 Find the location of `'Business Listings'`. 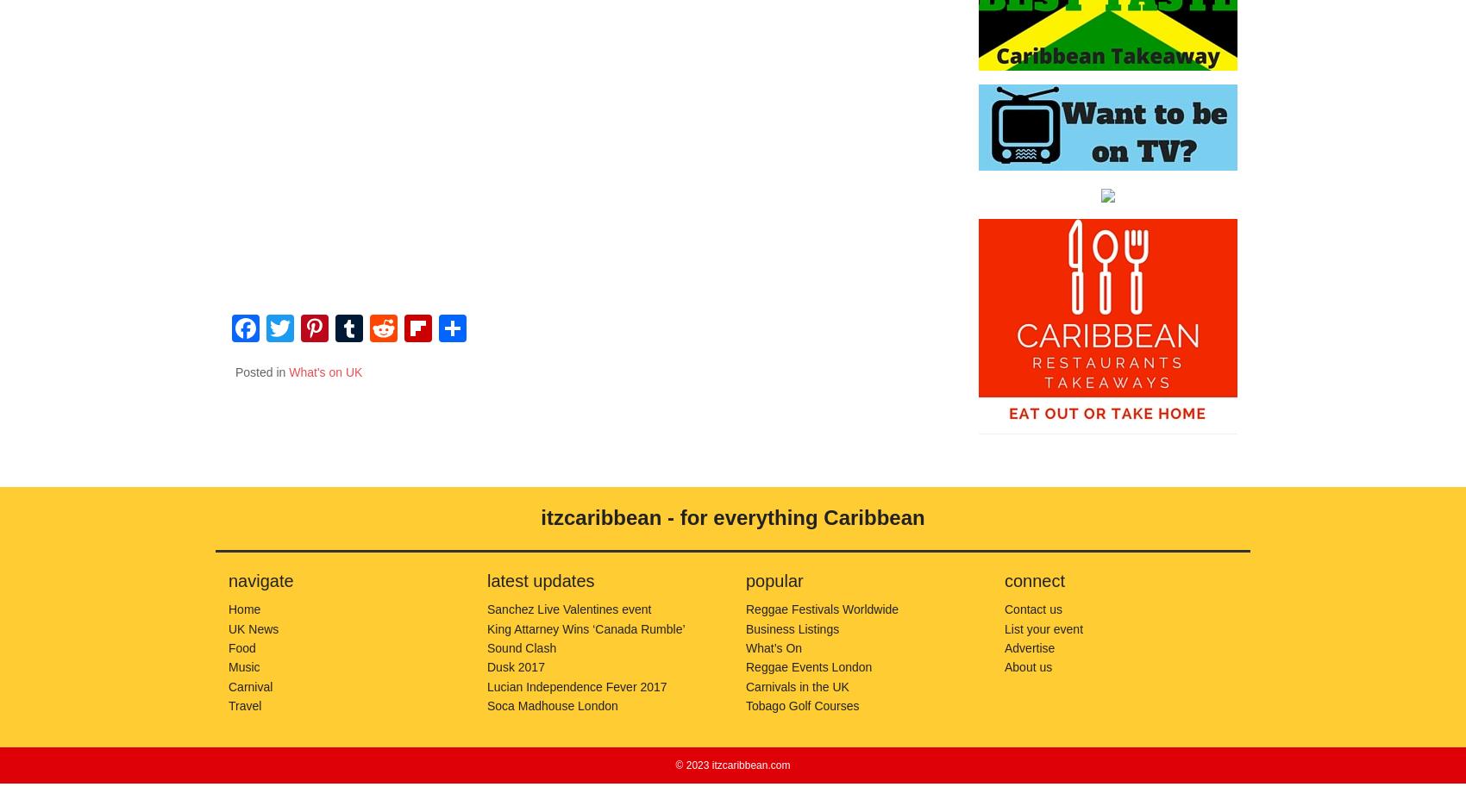

'Business Listings' is located at coordinates (793, 628).